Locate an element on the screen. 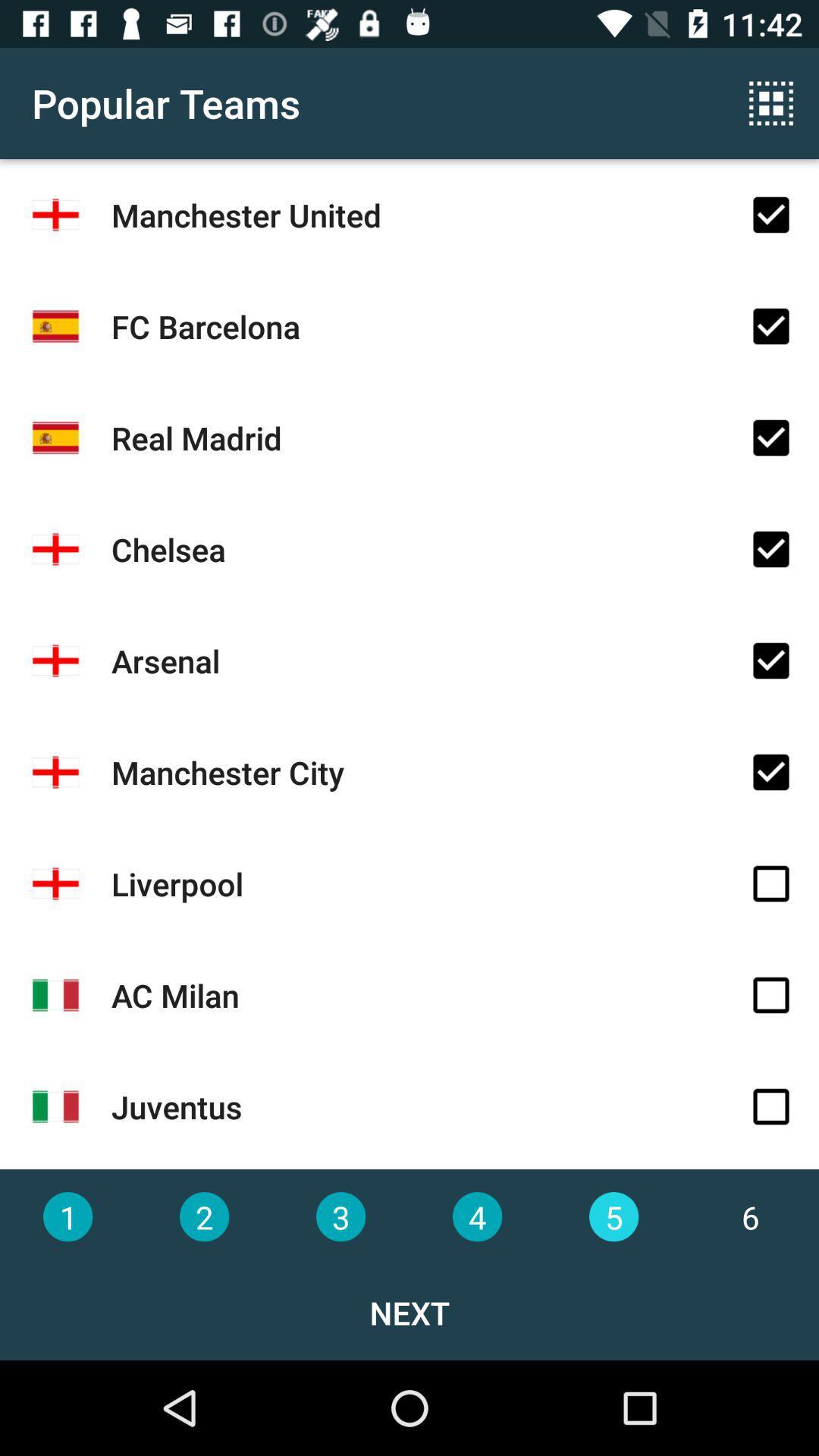 This screenshot has width=819, height=1456. the next is located at coordinates (409, 1312).